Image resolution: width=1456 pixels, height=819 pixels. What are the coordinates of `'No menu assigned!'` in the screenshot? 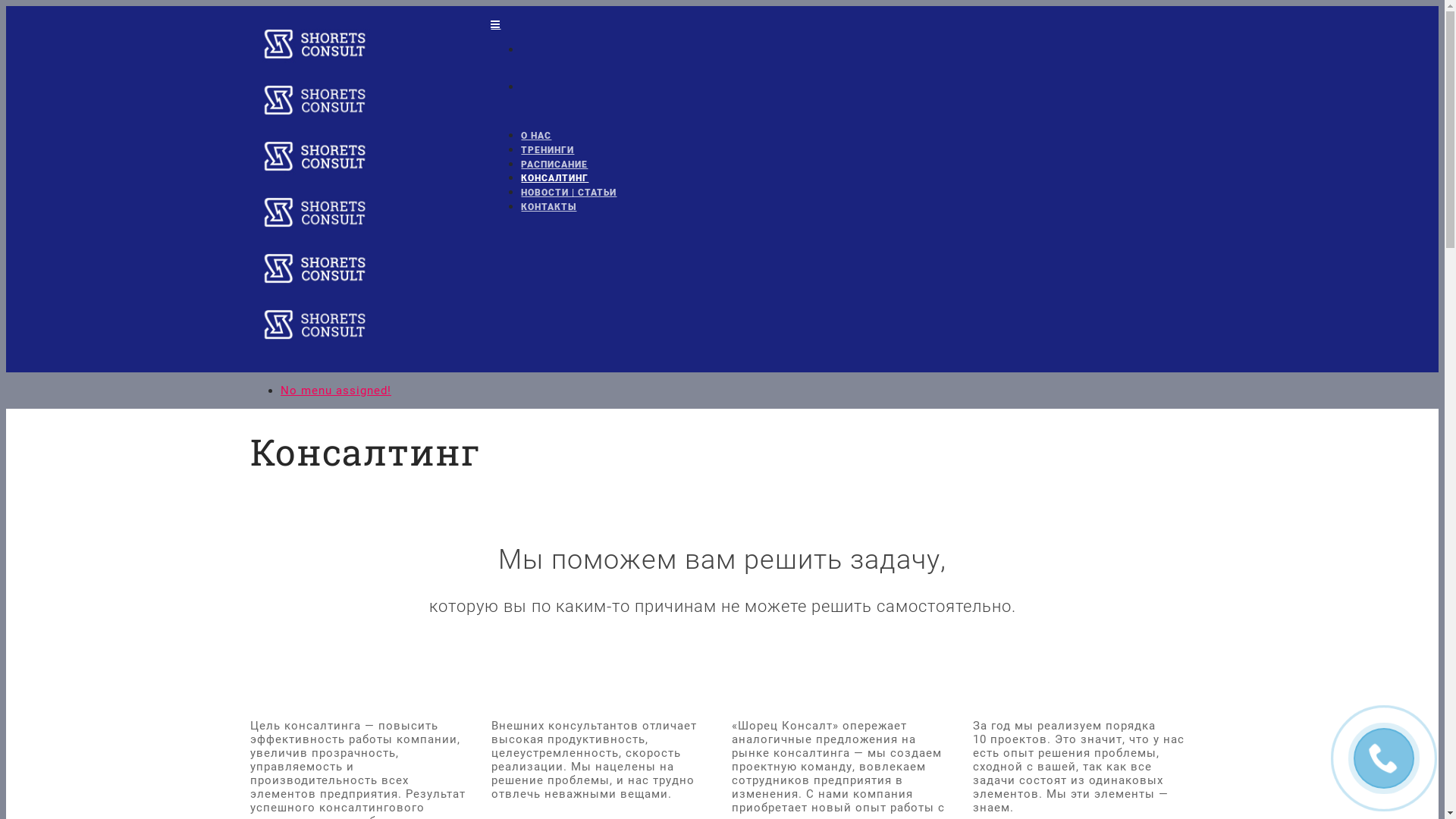 It's located at (334, 390).